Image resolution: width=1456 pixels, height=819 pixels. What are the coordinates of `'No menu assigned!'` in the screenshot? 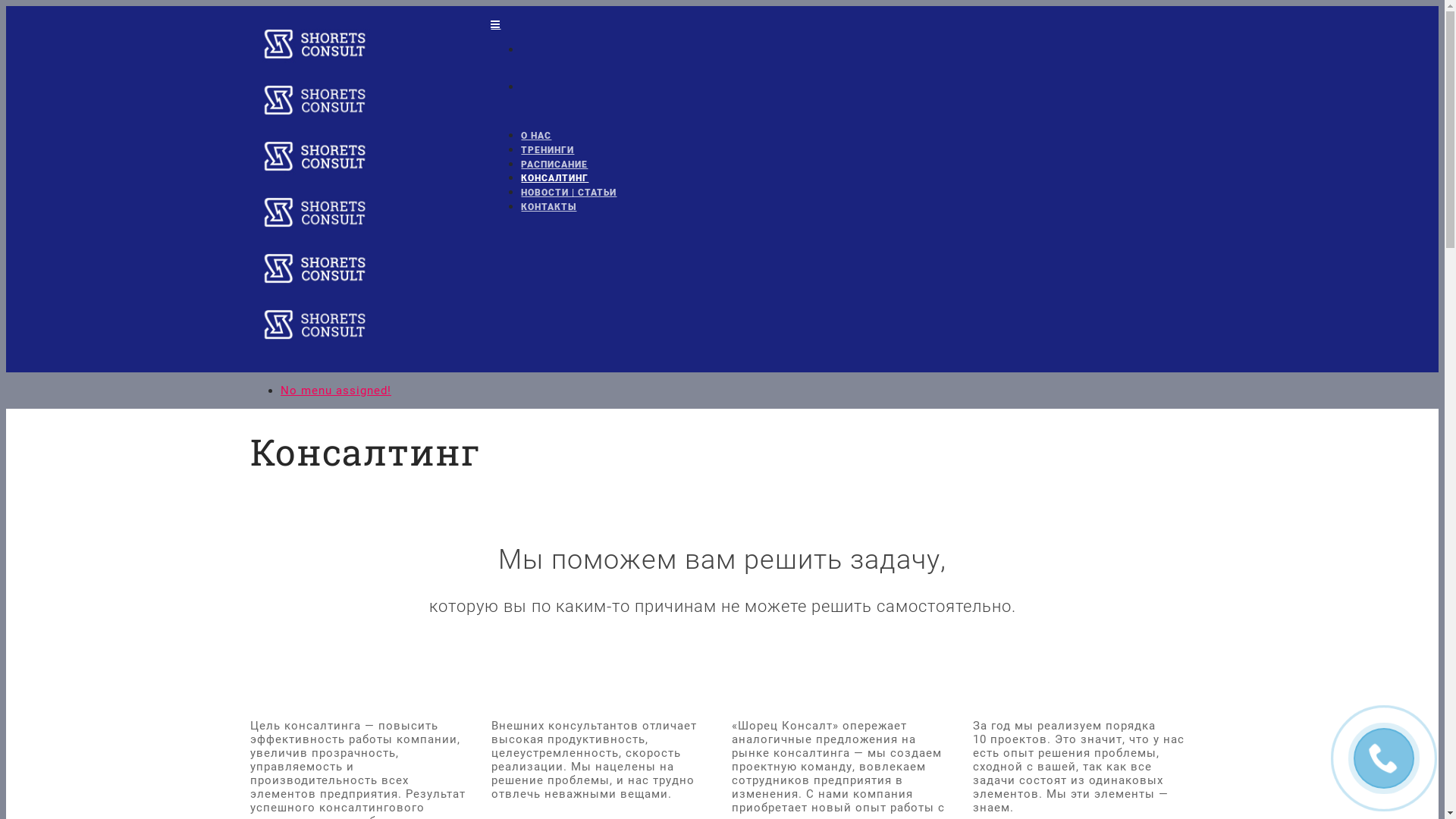 It's located at (334, 390).